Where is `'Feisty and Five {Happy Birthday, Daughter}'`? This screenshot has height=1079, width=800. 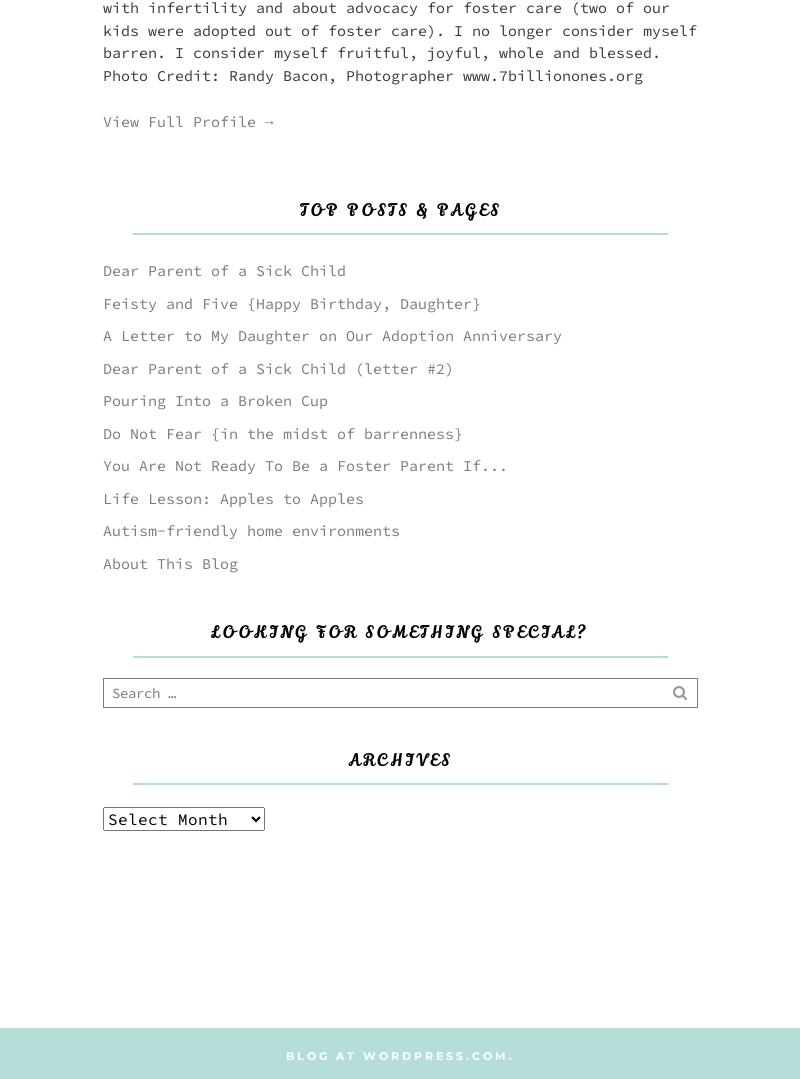 'Feisty and Five {Happy Birthday, Daughter}' is located at coordinates (291, 301).